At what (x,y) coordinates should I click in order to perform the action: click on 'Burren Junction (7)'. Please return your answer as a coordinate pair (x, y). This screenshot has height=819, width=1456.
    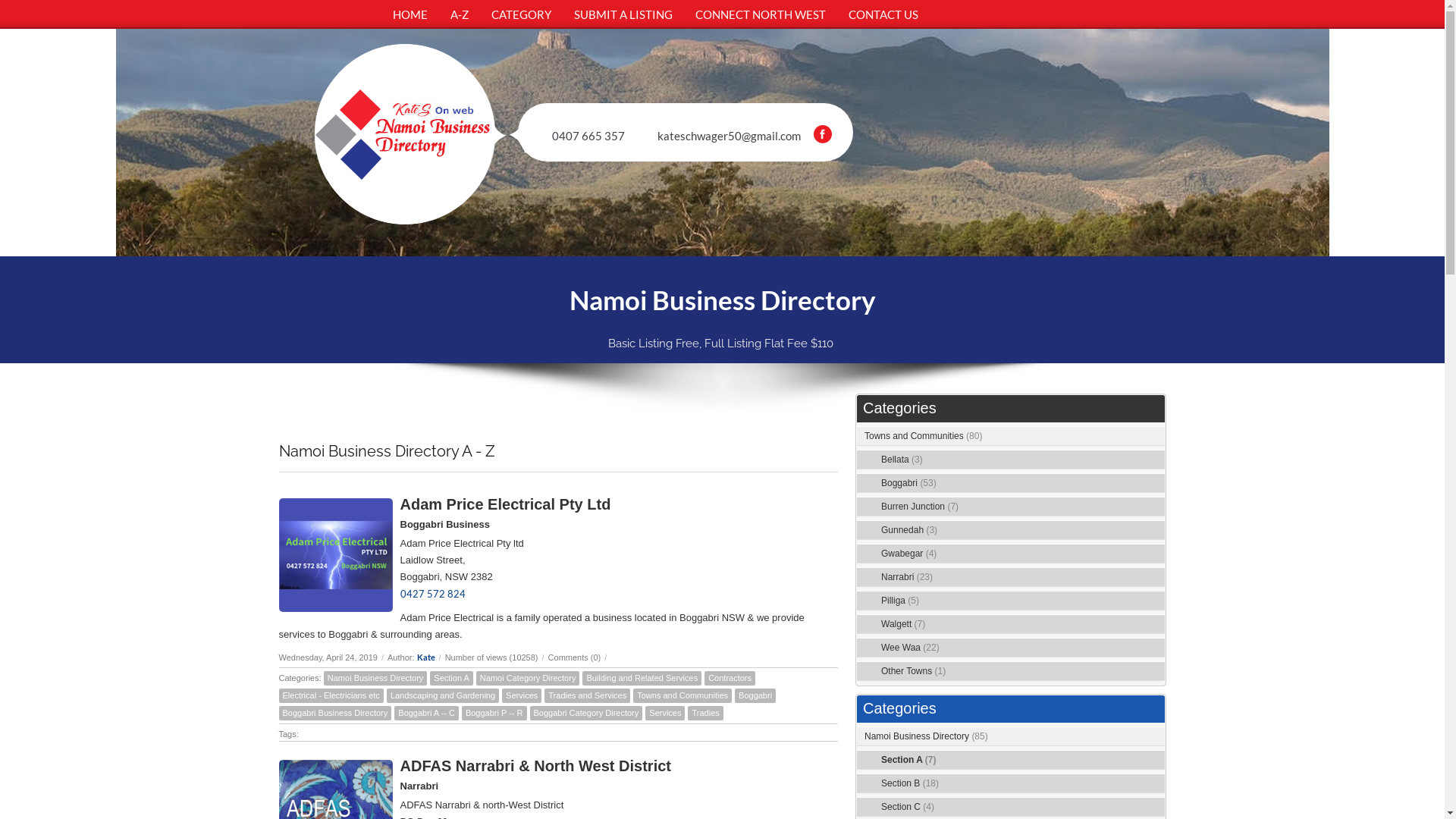
    Looking at the image, I should click on (919, 506).